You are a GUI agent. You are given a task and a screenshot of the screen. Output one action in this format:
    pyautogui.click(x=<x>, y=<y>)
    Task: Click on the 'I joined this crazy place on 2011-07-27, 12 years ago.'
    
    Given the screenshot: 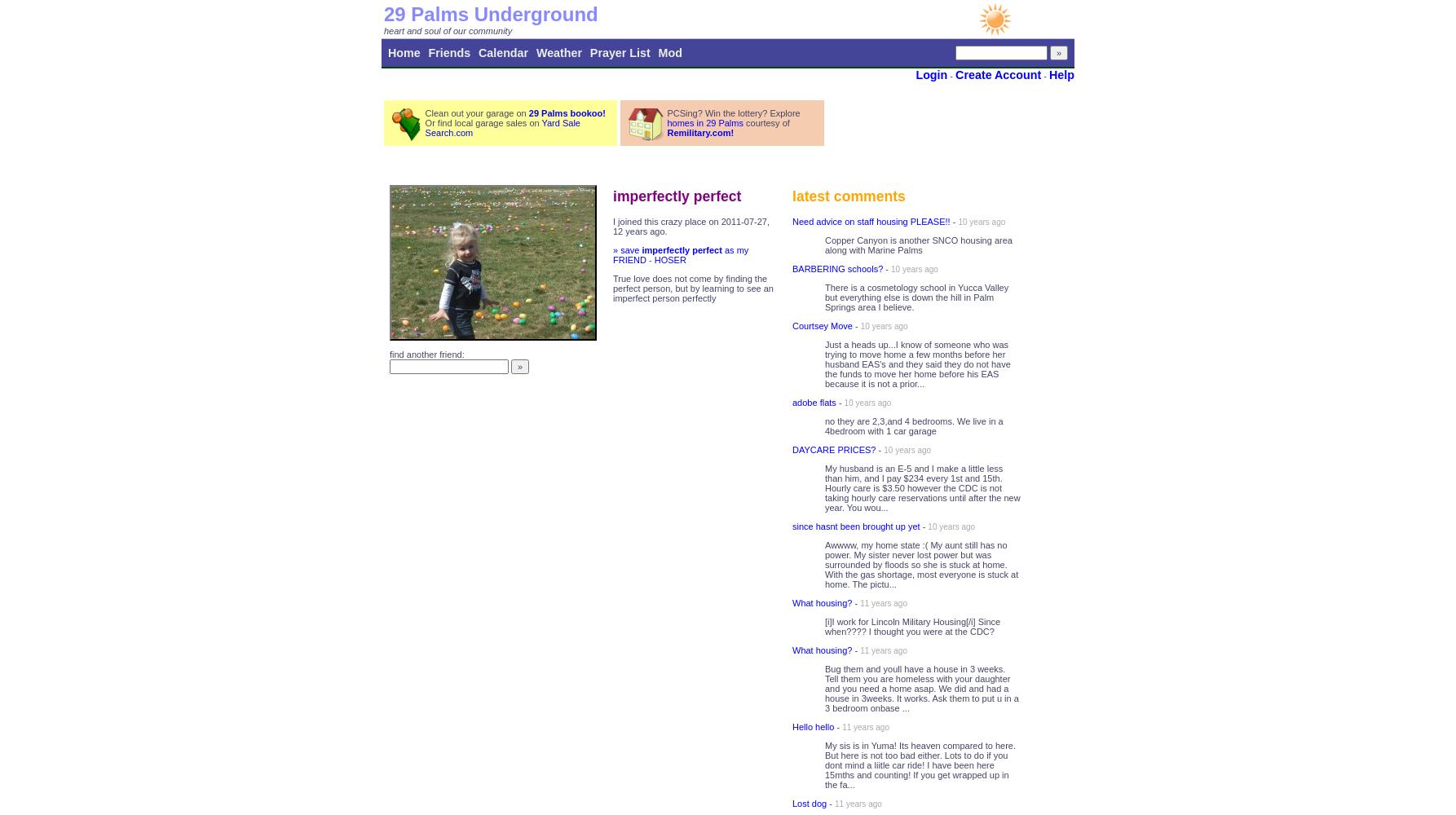 What is the action you would take?
    pyautogui.click(x=690, y=227)
    